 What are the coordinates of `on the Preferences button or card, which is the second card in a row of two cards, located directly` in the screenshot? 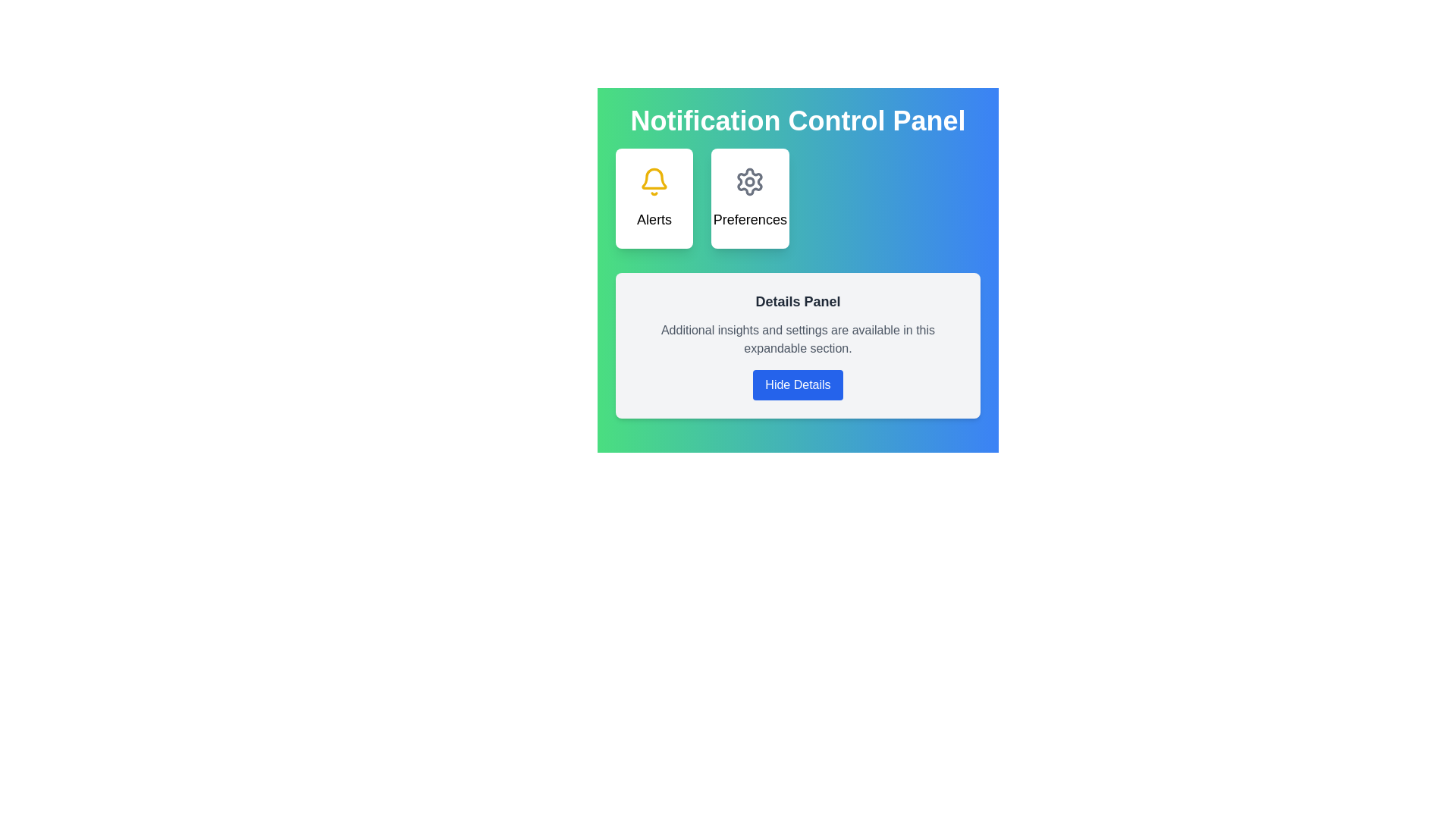 It's located at (750, 198).